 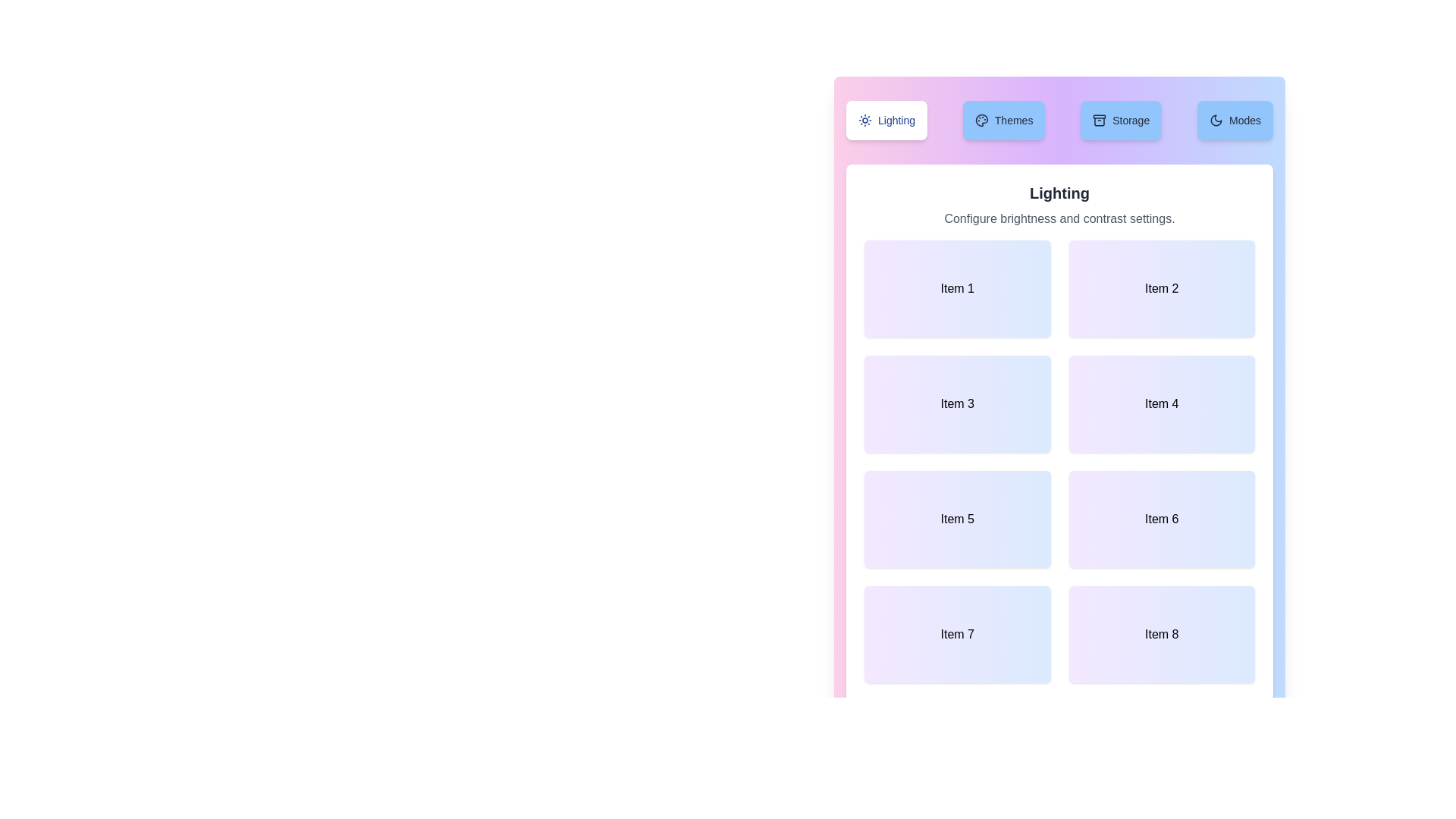 I want to click on the button labeled Themes to observe the hover effect, so click(x=1004, y=119).